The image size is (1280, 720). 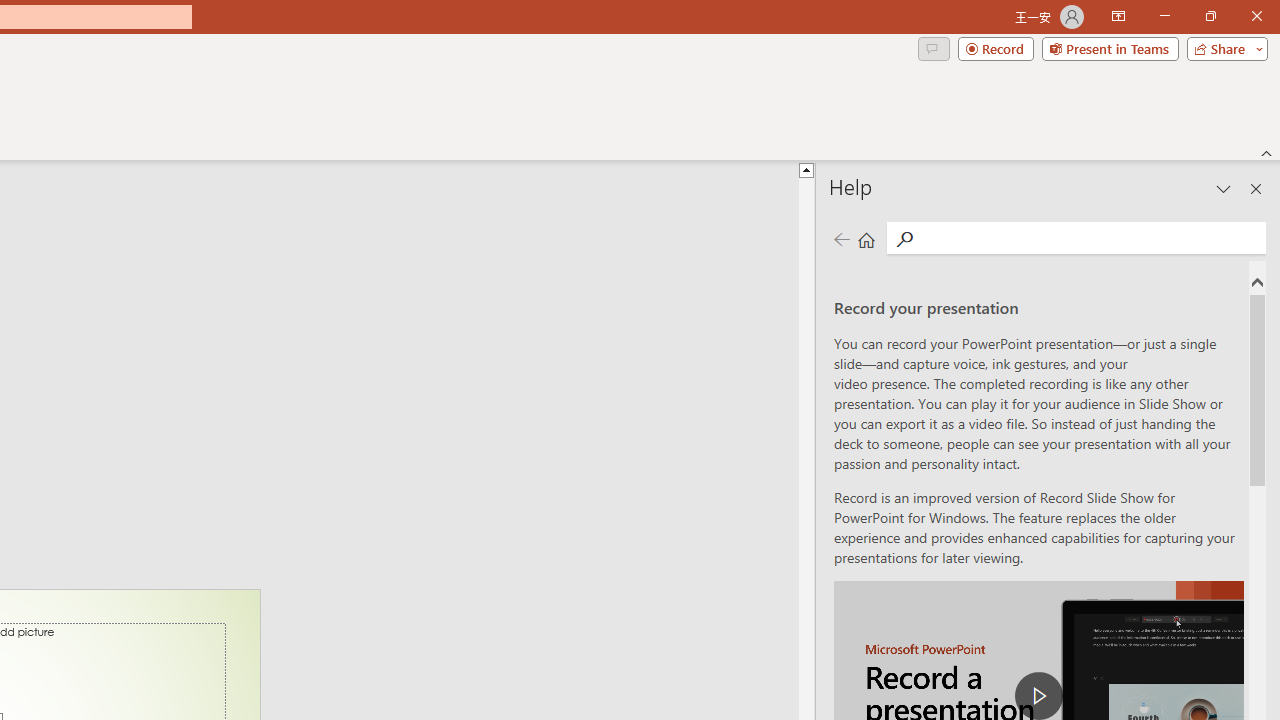 What do you see at coordinates (1255, 189) in the screenshot?
I see `'Close pane'` at bounding box center [1255, 189].